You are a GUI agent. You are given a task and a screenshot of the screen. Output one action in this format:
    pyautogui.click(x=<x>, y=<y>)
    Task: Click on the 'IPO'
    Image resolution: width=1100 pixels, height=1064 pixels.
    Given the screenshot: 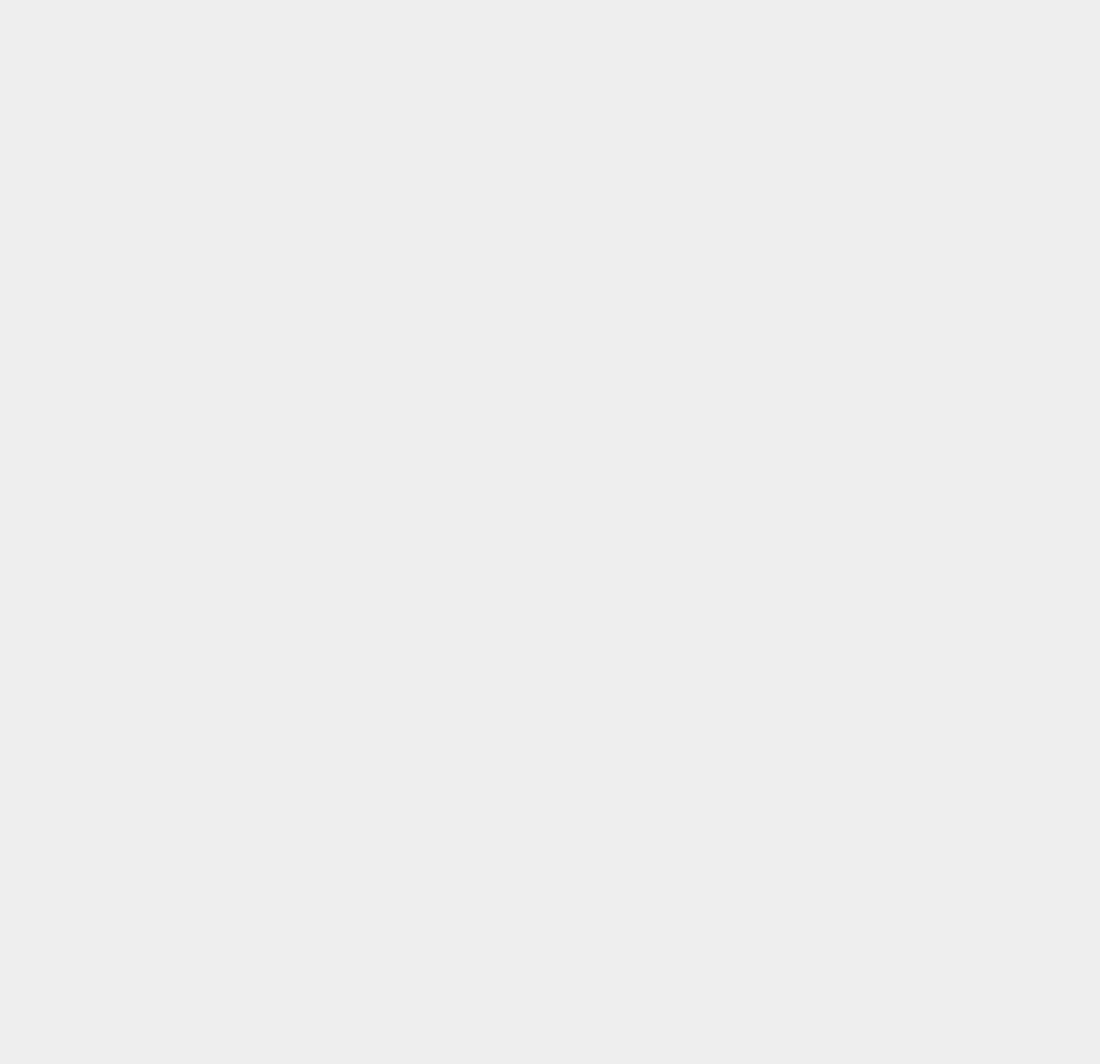 What is the action you would take?
    pyautogui.click(x=778, y=722)
    